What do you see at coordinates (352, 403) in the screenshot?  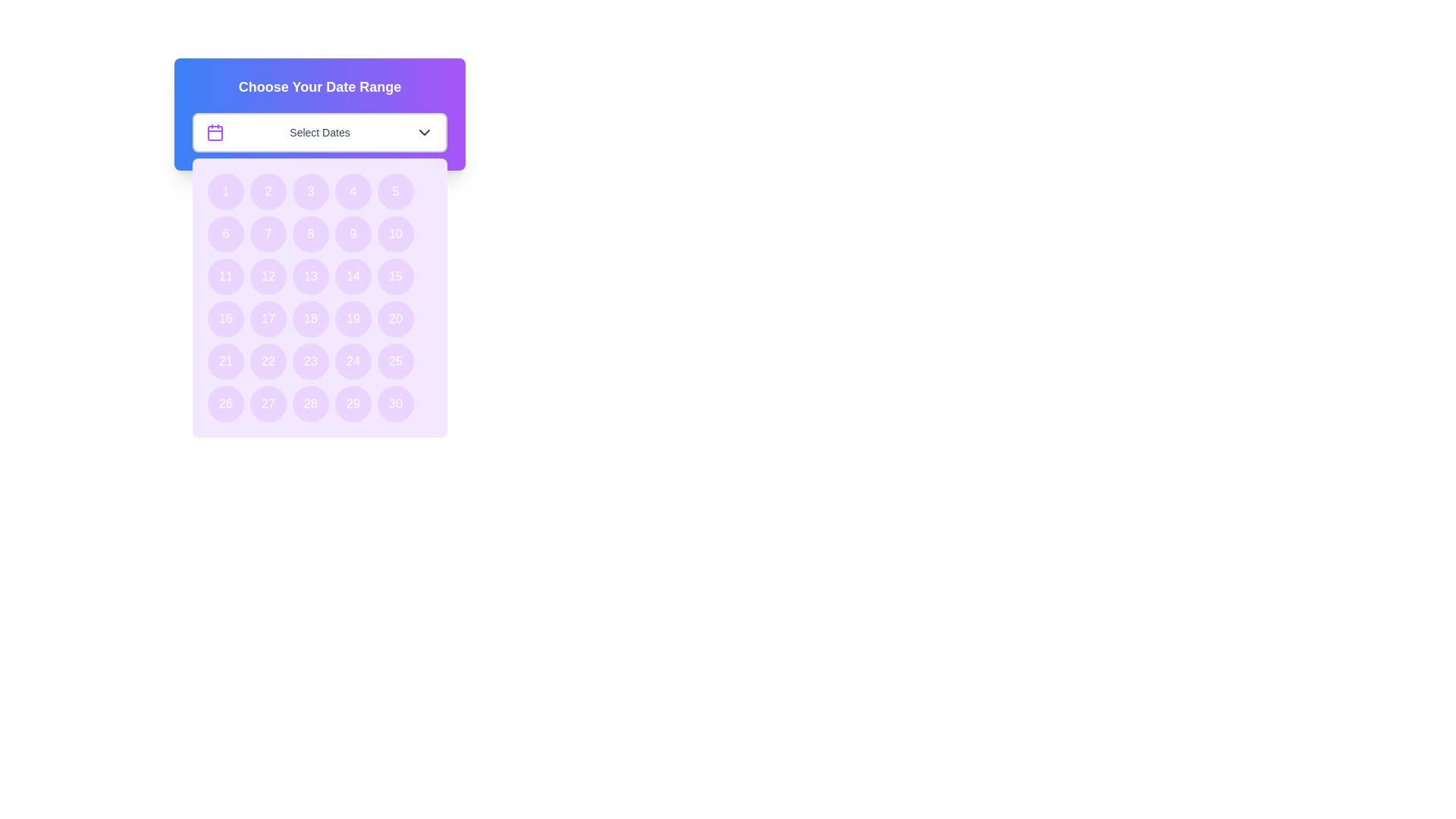 I see `the circular button with a light purple background and the number '29' centered in white text, located in the bottom row of date selection buttons` at bounding box center [352, 403].